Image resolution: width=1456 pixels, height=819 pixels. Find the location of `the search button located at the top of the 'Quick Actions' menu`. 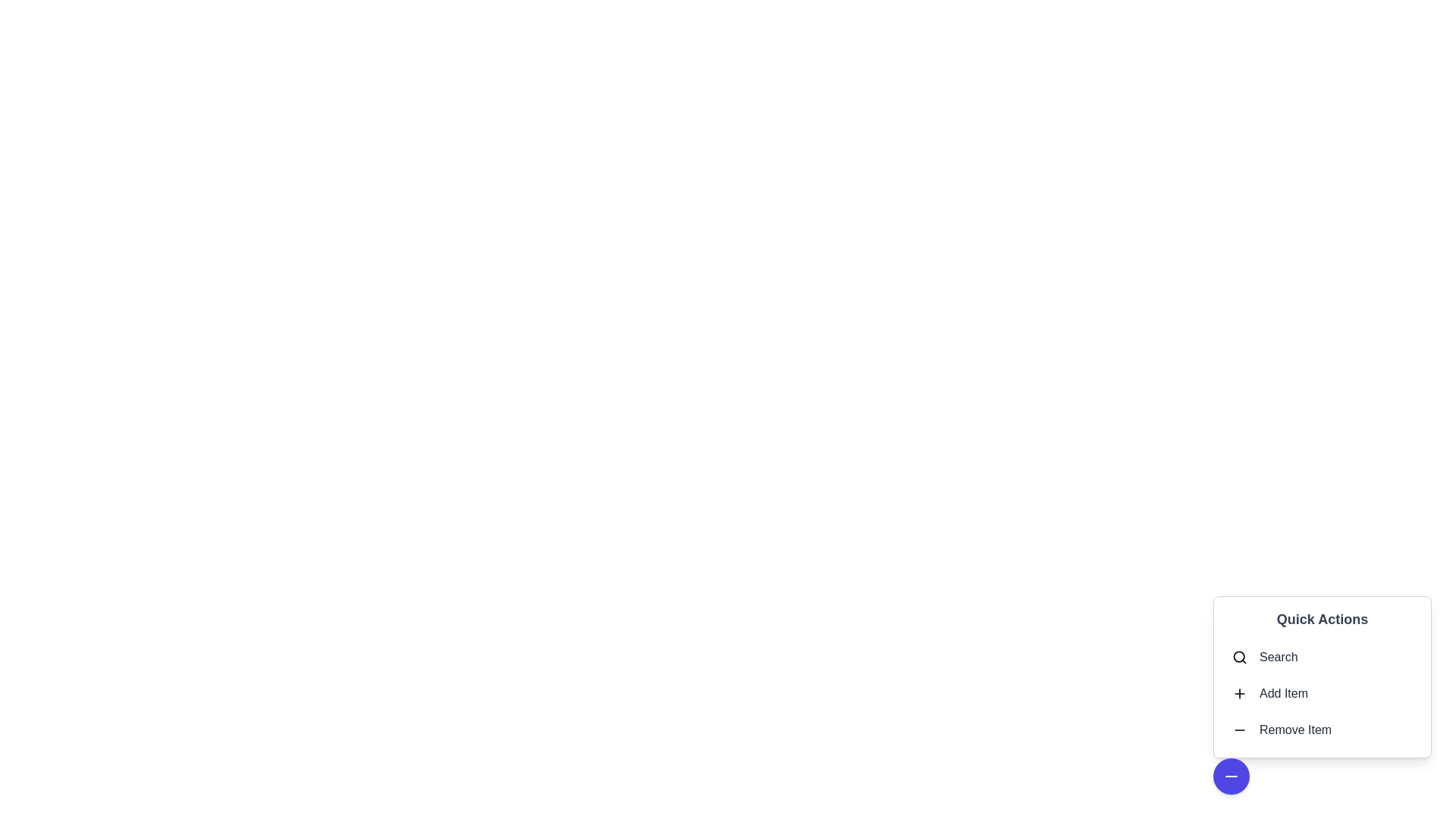

the search button located at the top of the 'Quick Actions' menu is located at coordinates (1321, 657).